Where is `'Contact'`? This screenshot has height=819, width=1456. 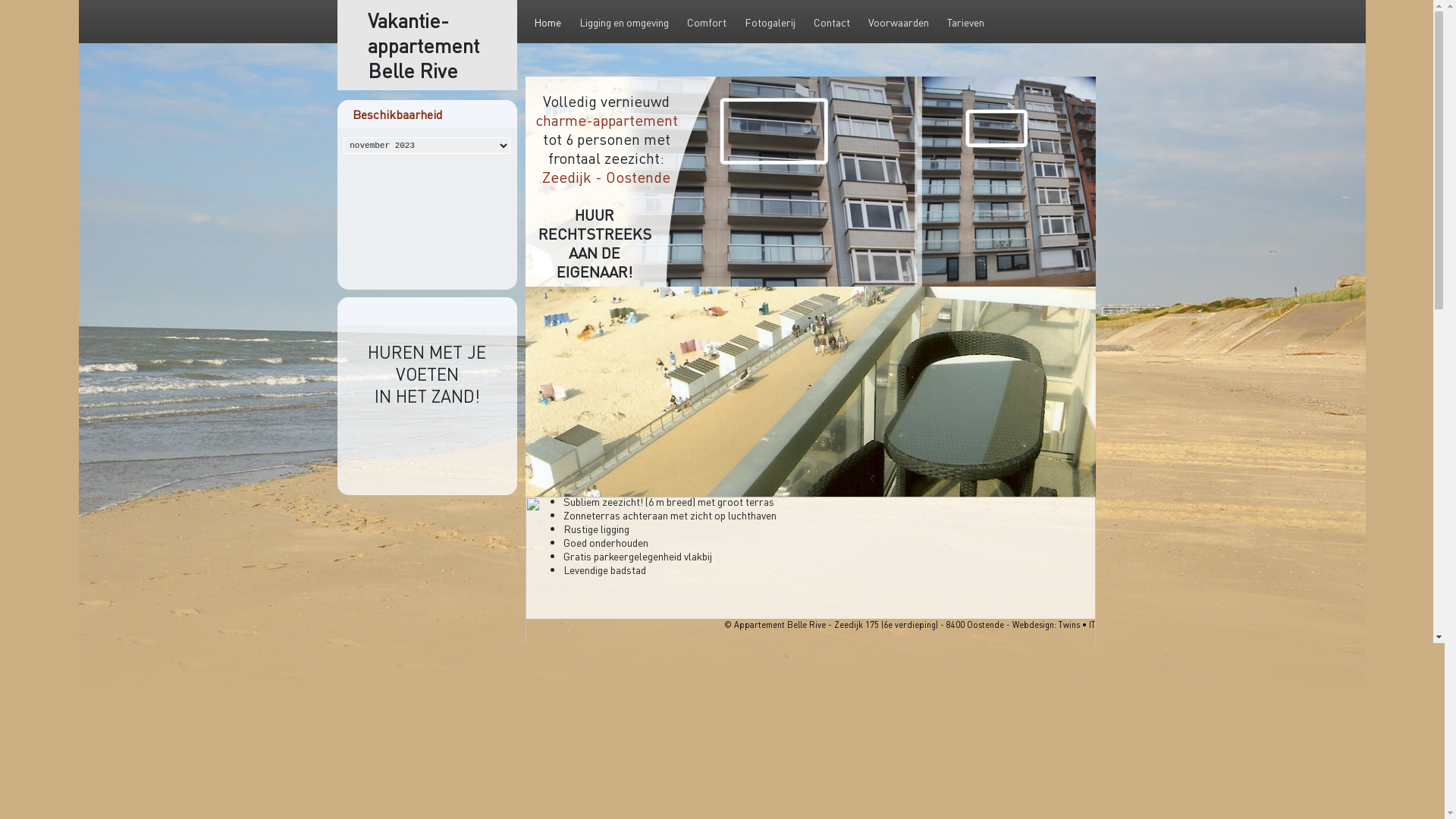
'Contact' is located at coordinates (831, 22).